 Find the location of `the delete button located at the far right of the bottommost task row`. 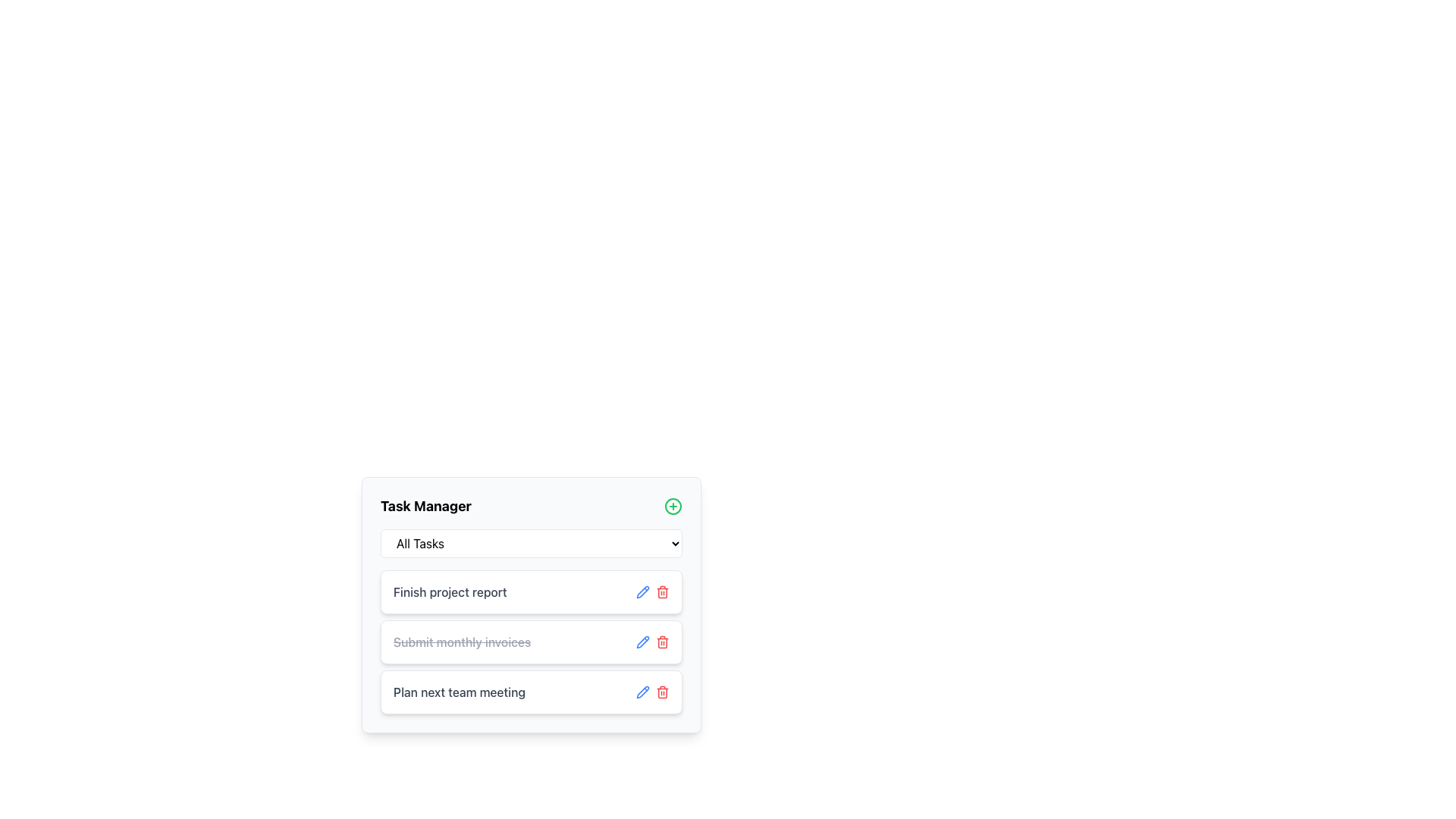

the delete button located at the far right of the bottommost task row is located at coordinates (652, 692).